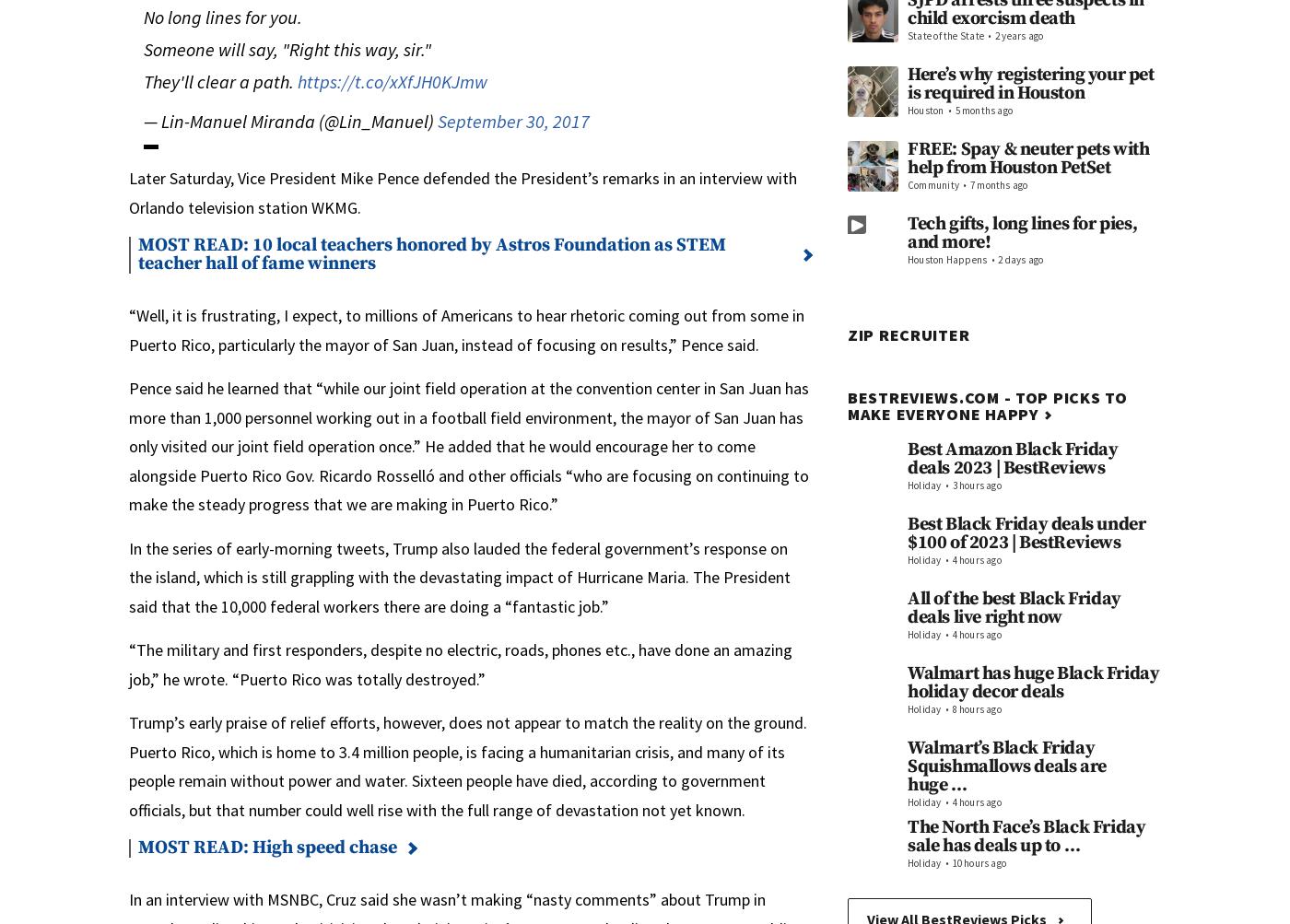  Describe the element at coordinates (267, 847) in the screenshot. I see `'MOST READ: High speed chase'` at that location.